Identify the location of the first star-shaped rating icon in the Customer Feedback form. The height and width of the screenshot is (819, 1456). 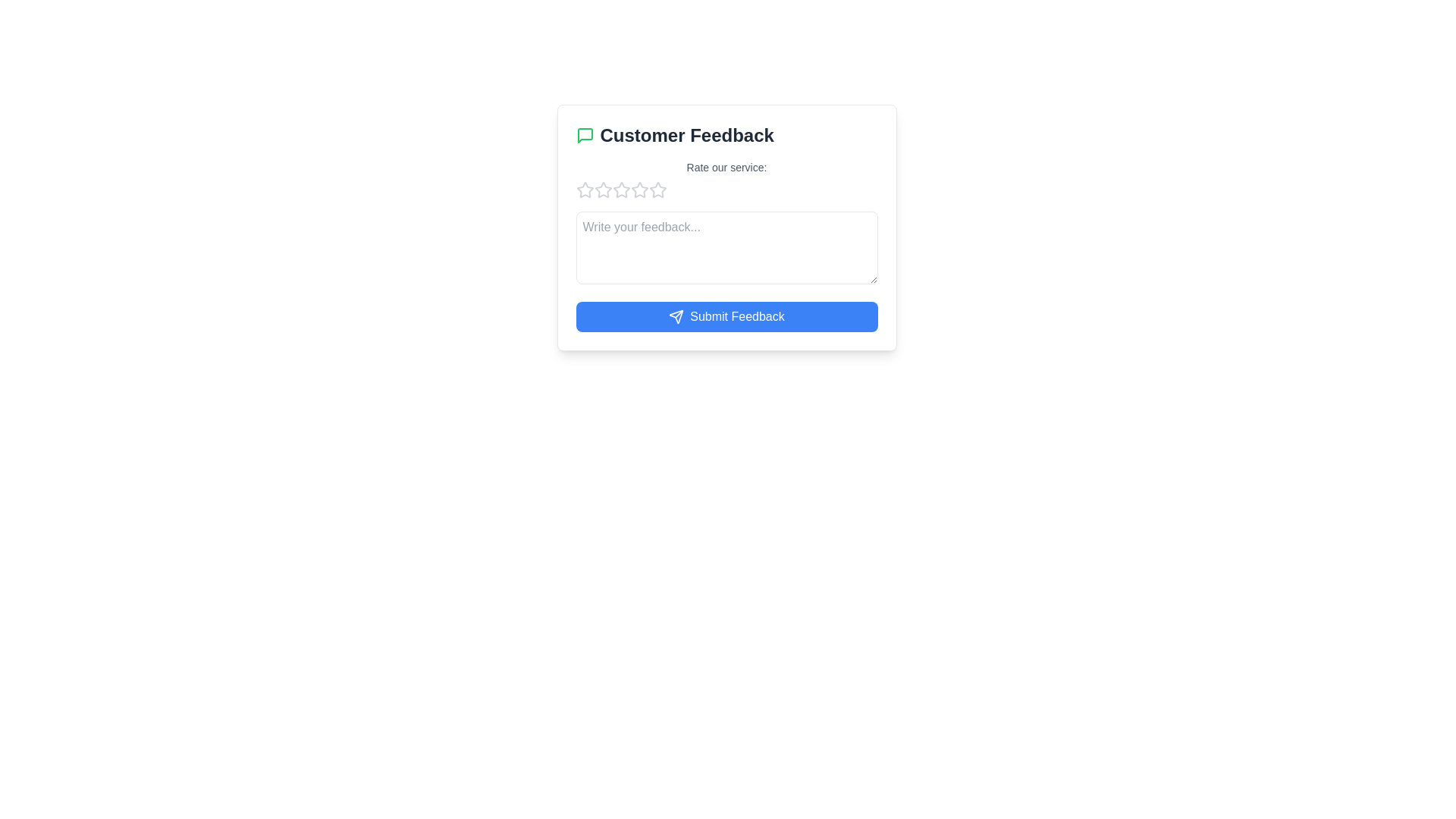
(584, 189).